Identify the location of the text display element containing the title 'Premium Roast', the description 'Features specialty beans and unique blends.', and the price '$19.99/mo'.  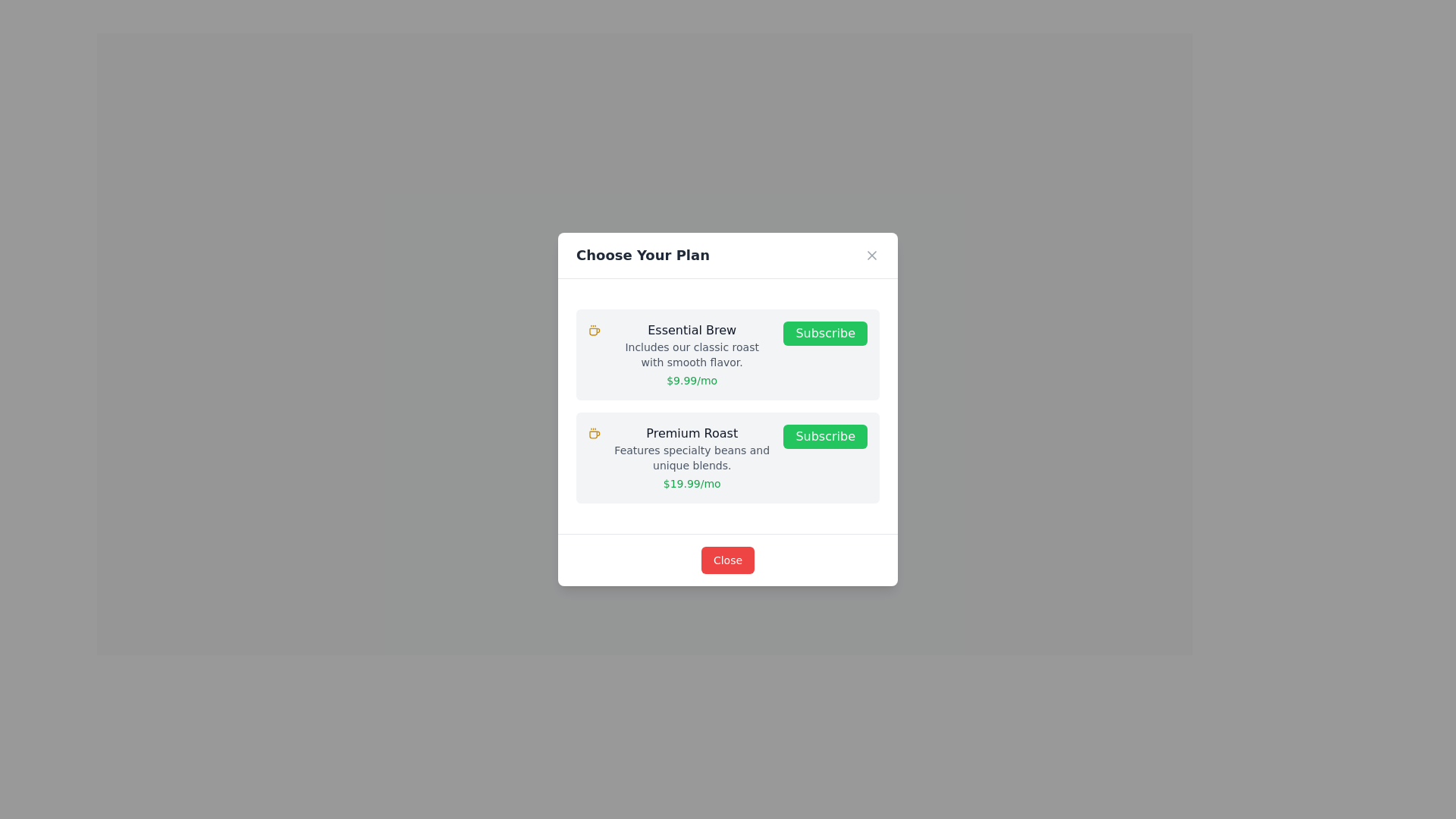
(691, 457).